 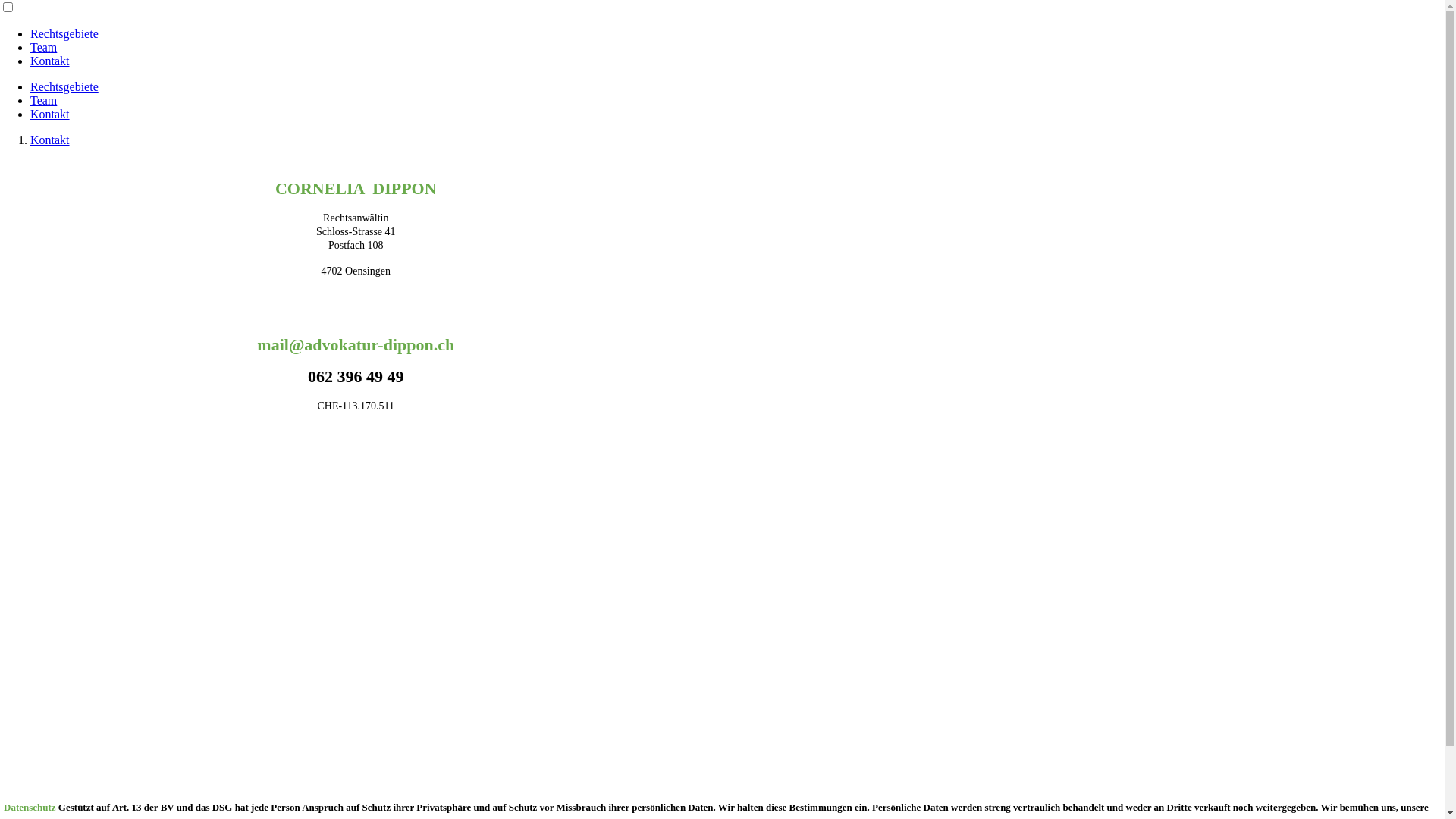 I want to click on 'Team', so click(x=43, y=46).